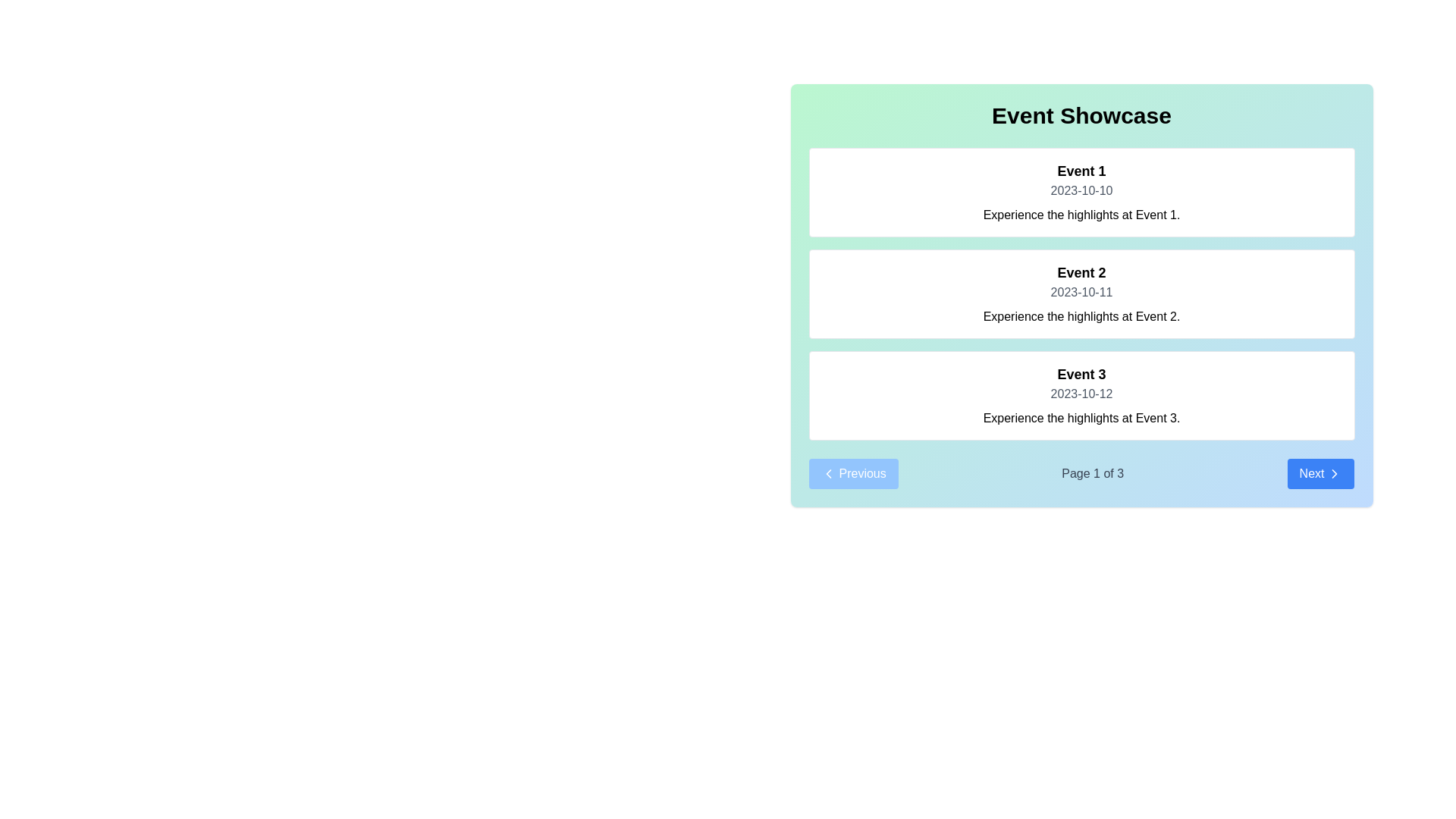 The width and height of the screenshot is (1456, 819). What do you see at coordinates (1335, 472) in the screenshot?
I see `the arrow icon within the 'Next' button at the bottom-right corner of the interface, which indicates navigation to the subsequent page or content` at bounding box center [1335, 472].